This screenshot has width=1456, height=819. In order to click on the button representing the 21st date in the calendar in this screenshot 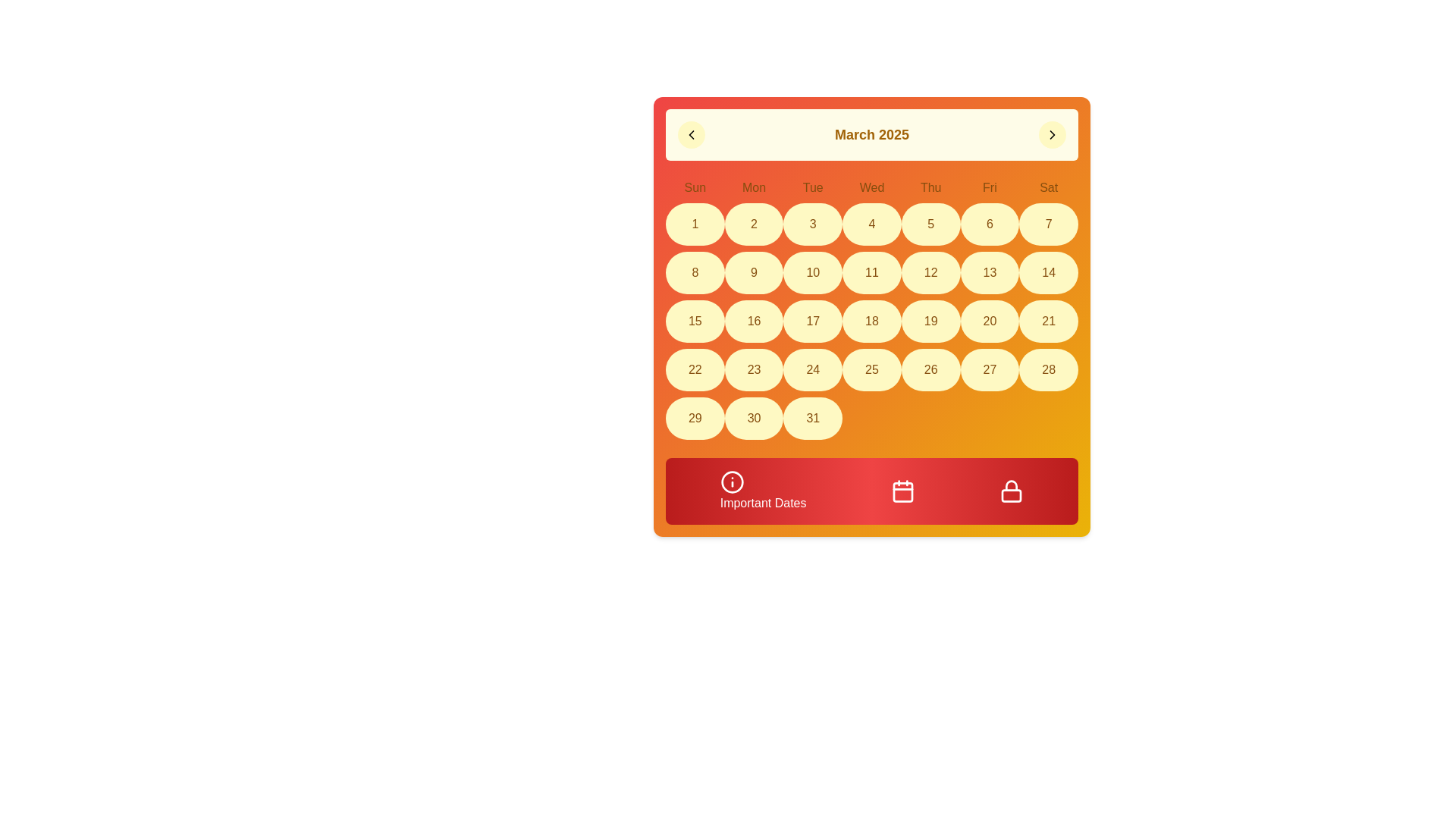, I will do `click(1048, 321)`.